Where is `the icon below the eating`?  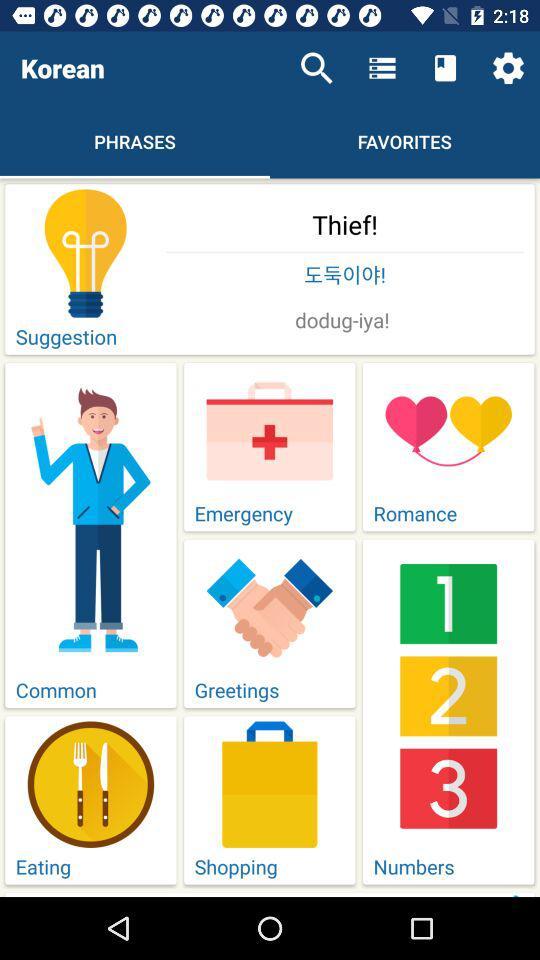 the icon below the eating is located at coordinates (344, 893).